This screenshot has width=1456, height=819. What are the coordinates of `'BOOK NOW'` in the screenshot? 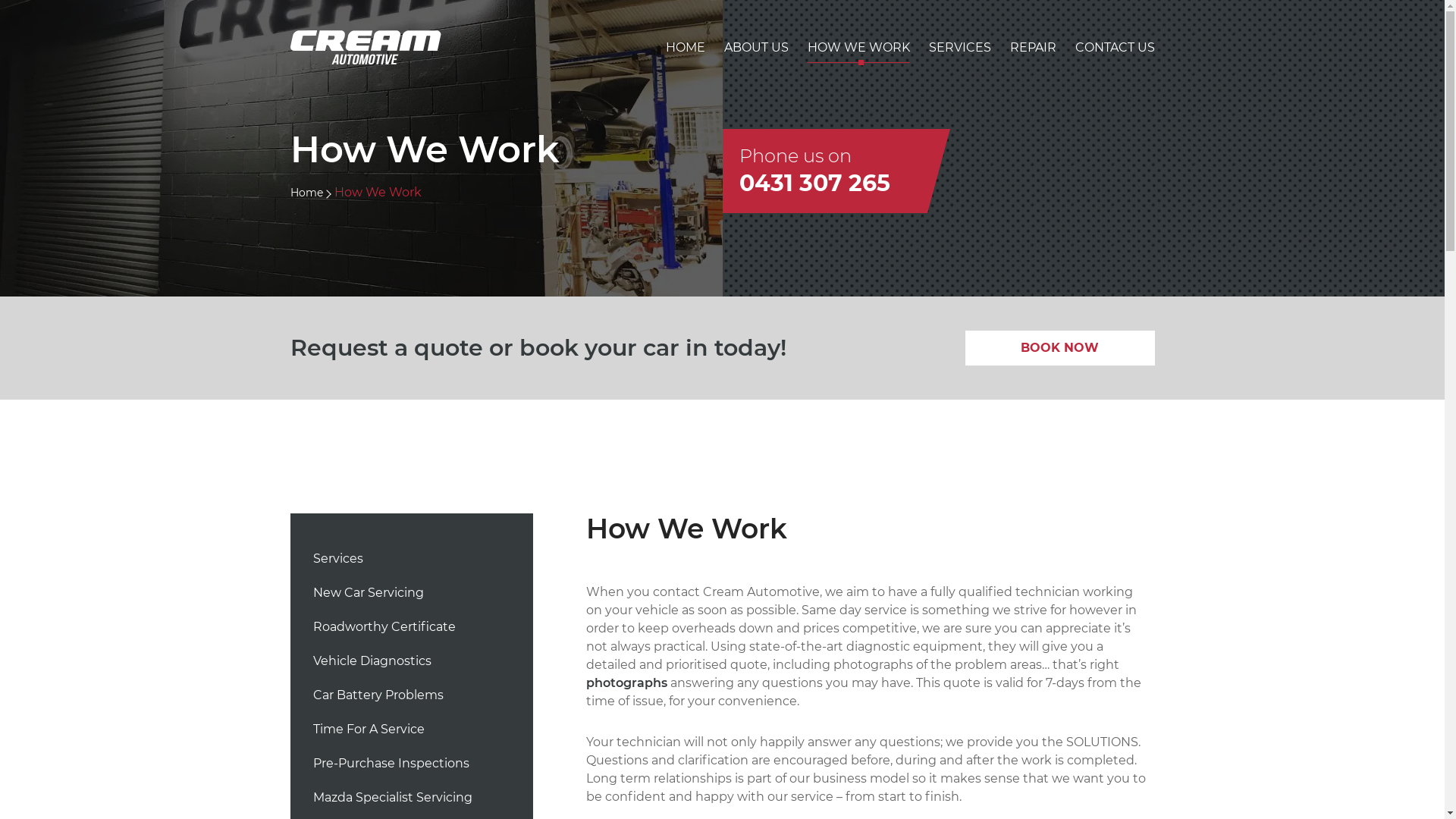 It's located at (1058, 348).